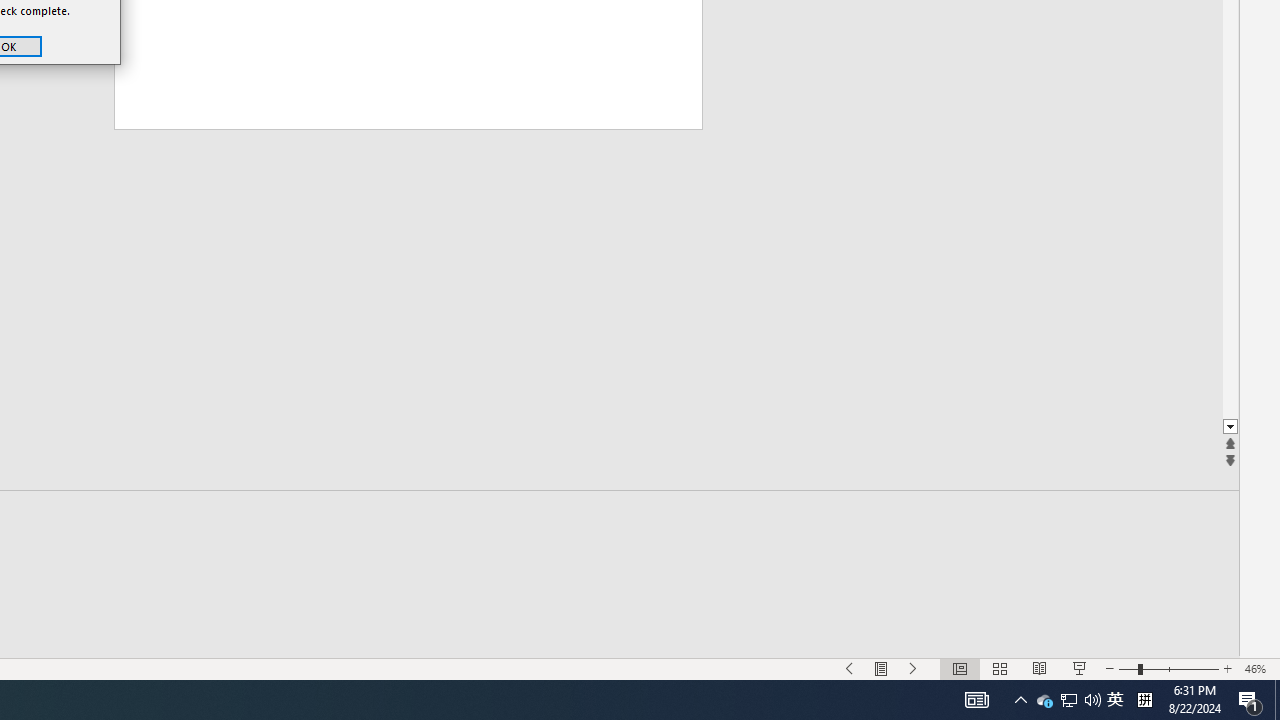 This screenshot has width=1280, height=720. Describe the element at coordinates (1000, 669) in the screenshot. I see `'Slide Sorter'` at that location.